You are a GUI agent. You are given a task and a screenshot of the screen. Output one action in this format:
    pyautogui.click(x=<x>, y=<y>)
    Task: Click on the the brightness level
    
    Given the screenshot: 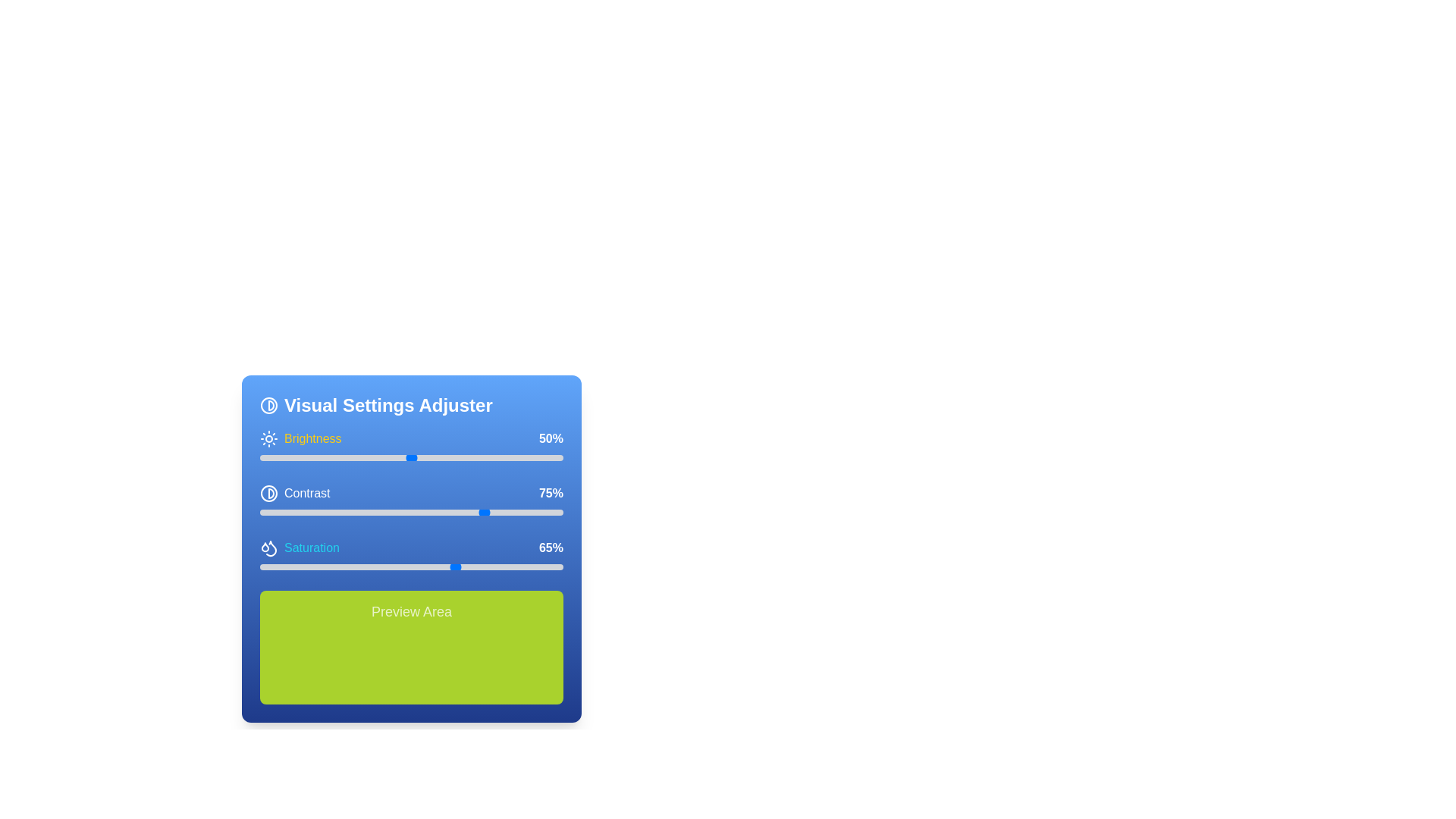 What is the action you would take?
    pyautogui.click(x=334, y=457)
    